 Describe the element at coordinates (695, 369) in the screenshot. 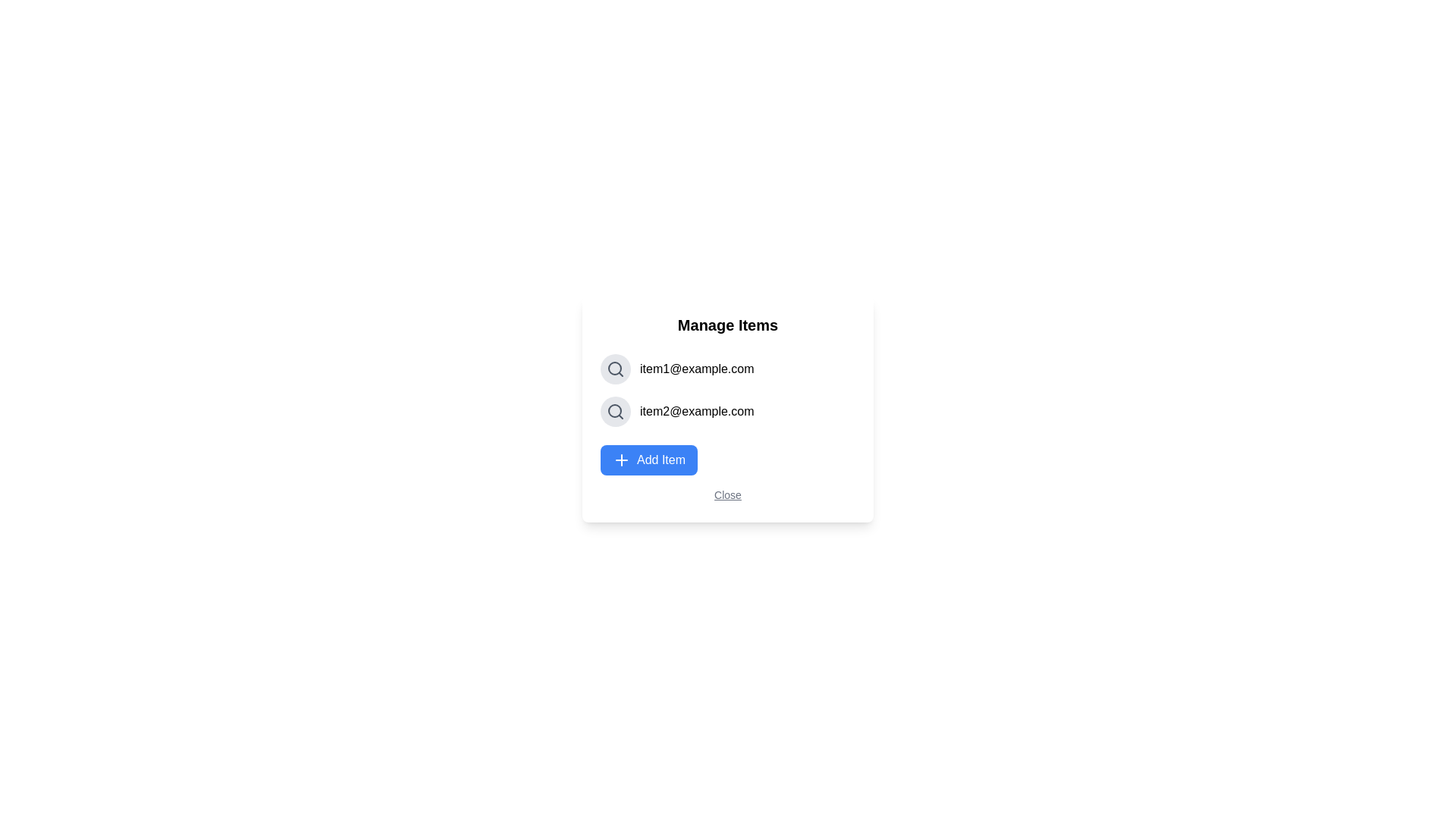

I see `the text 'item1@example.com' to select it` at that location.